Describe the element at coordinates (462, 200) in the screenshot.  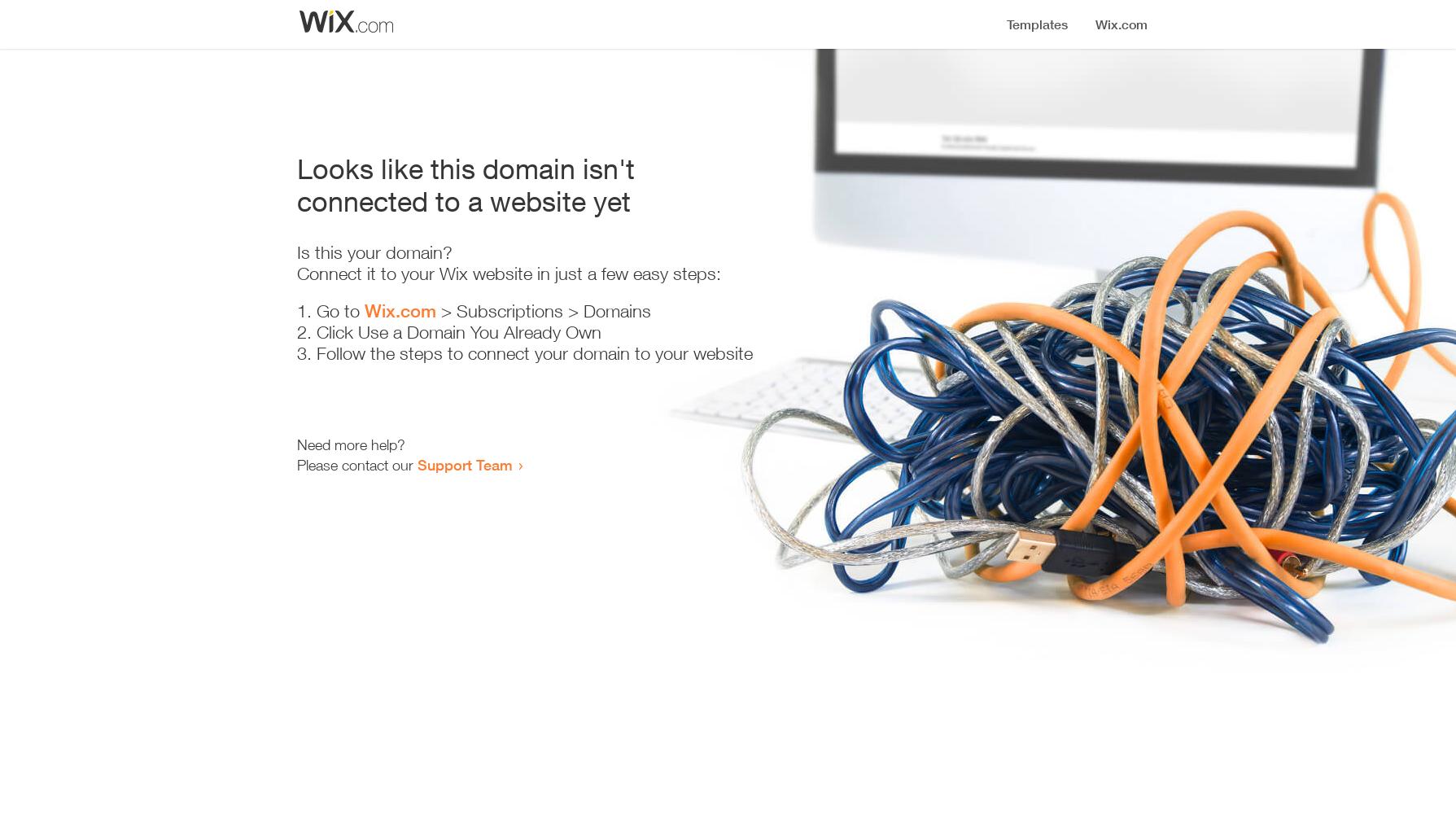
I see `'connected to a website yet'` at that location.